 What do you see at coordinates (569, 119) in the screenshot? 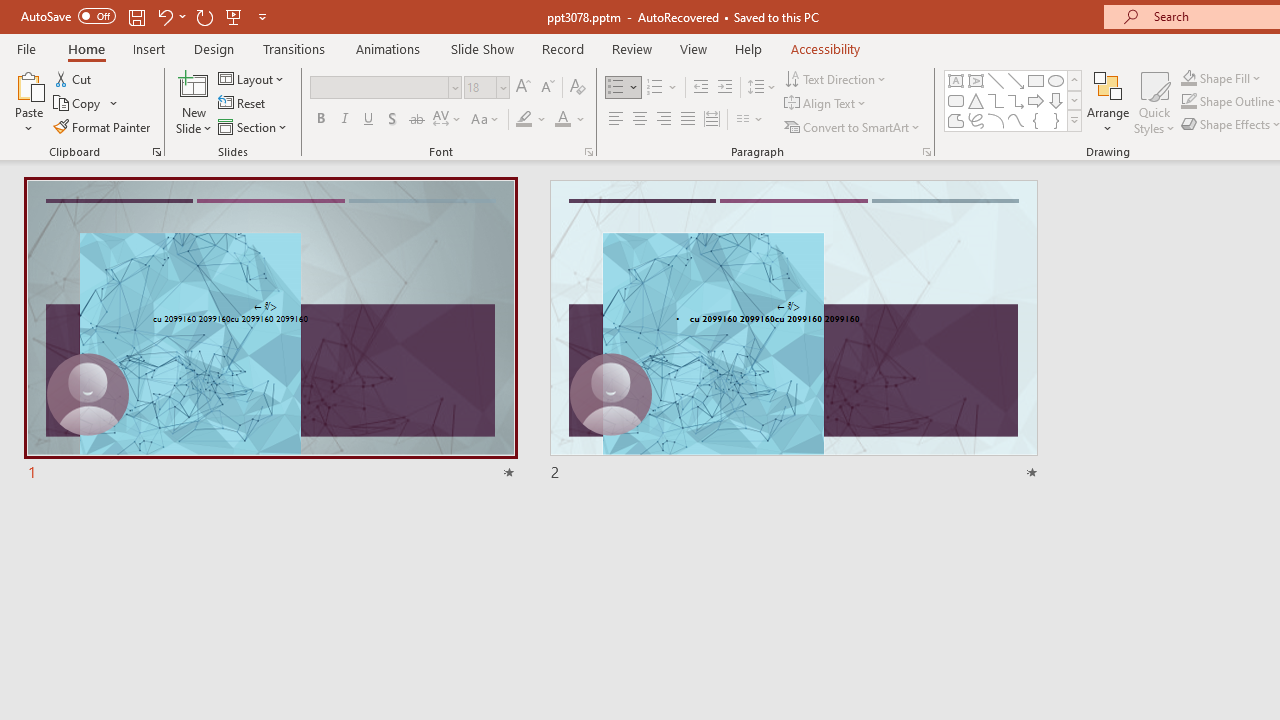
I see `'Font Color'` at bounding box center [569, 119].